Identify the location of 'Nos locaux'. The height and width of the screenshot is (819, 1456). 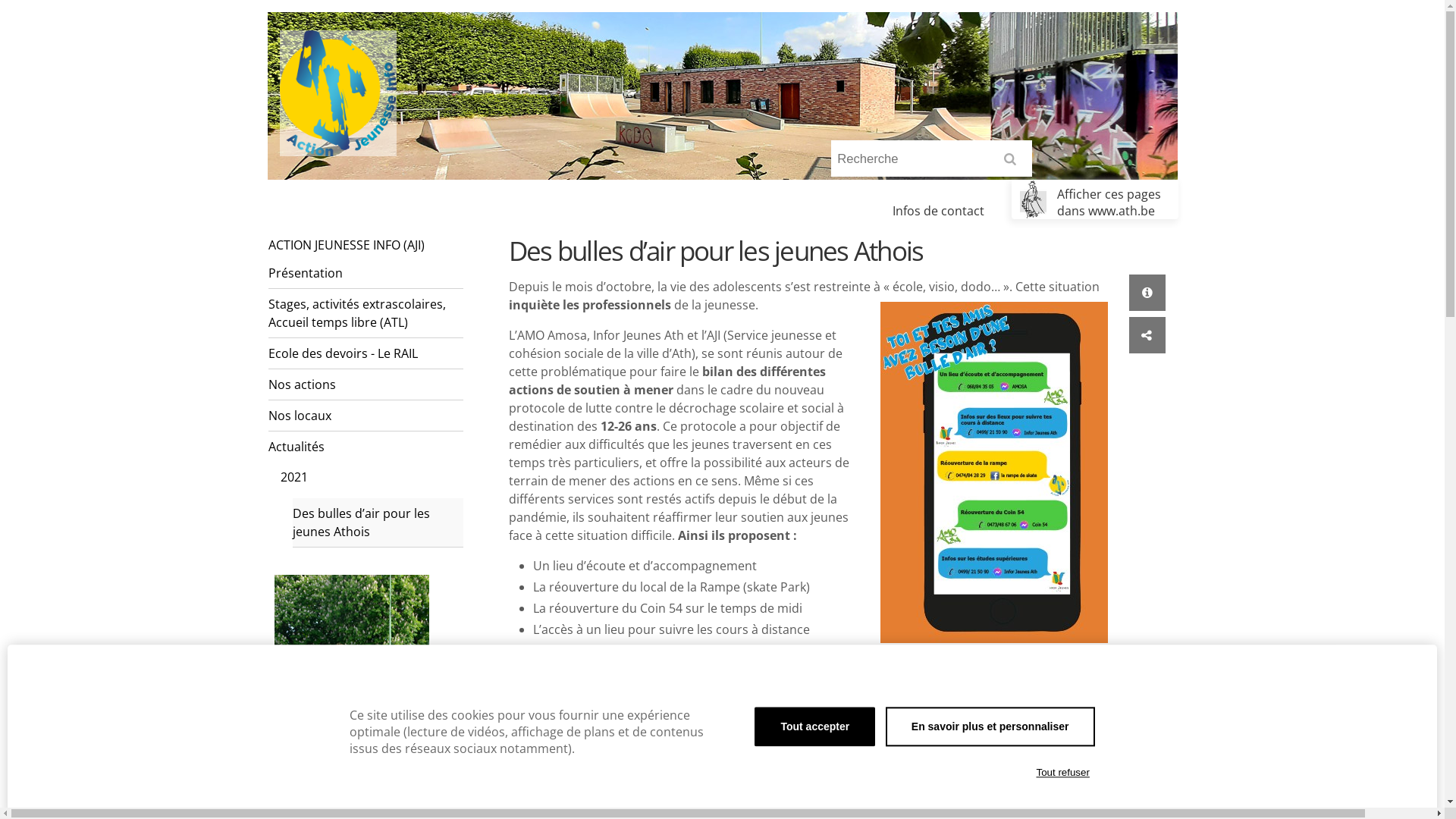
(365, 416).